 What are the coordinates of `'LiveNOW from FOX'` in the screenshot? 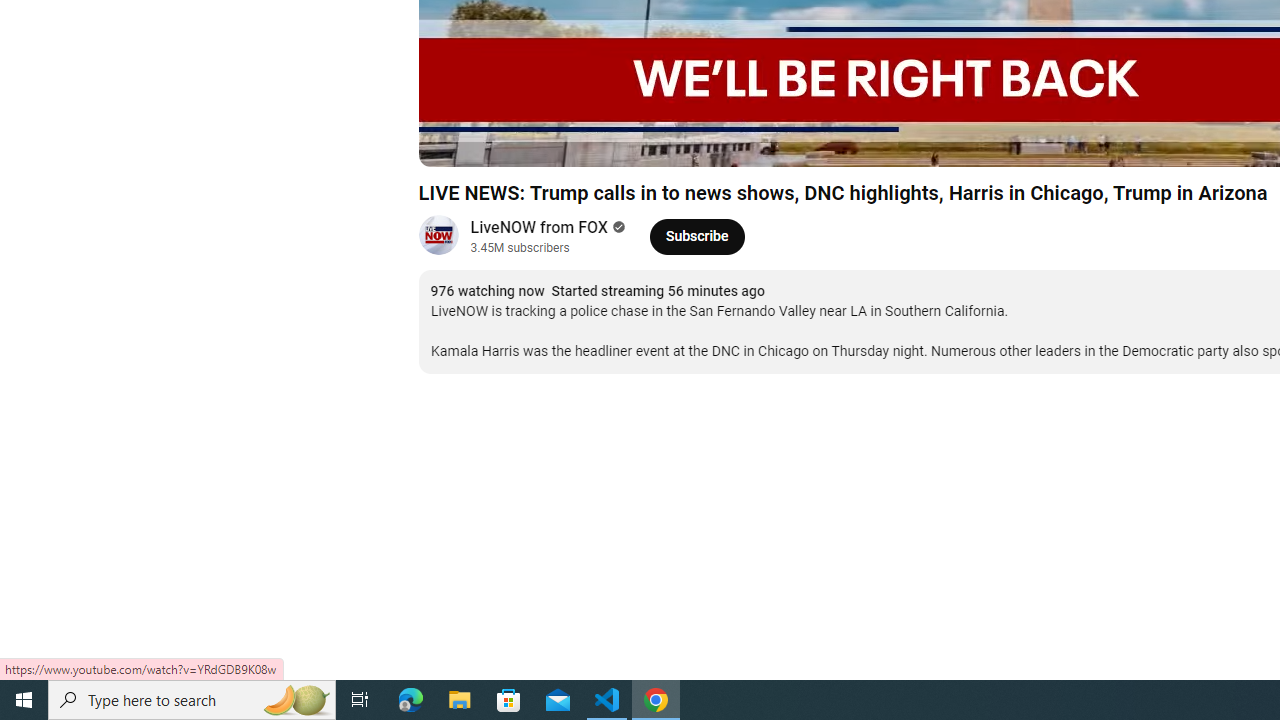 It's located at (540, 226).